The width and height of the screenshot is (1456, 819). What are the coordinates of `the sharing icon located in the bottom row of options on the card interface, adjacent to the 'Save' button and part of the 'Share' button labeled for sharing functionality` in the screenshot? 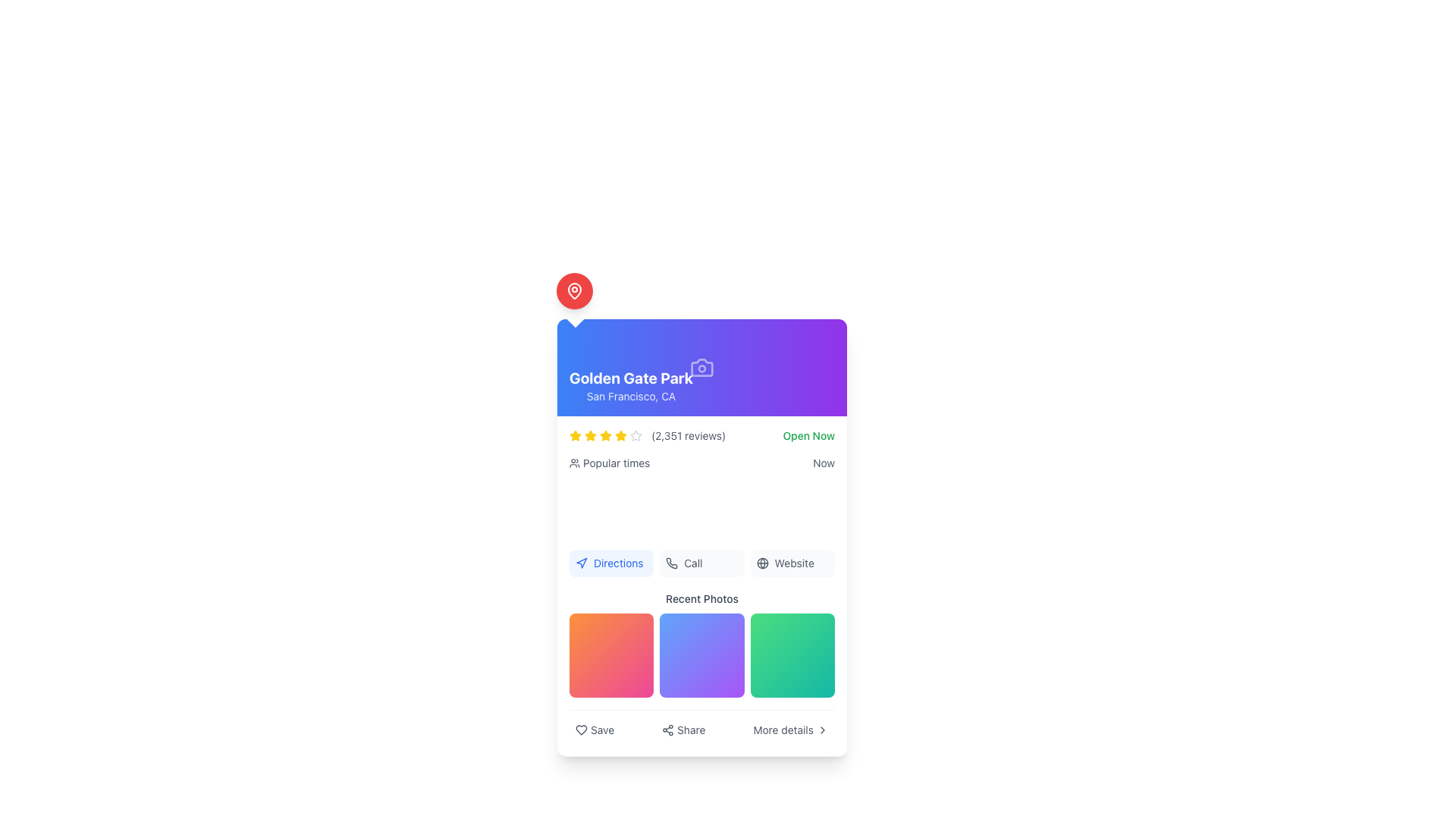 It's located at (667, 730).